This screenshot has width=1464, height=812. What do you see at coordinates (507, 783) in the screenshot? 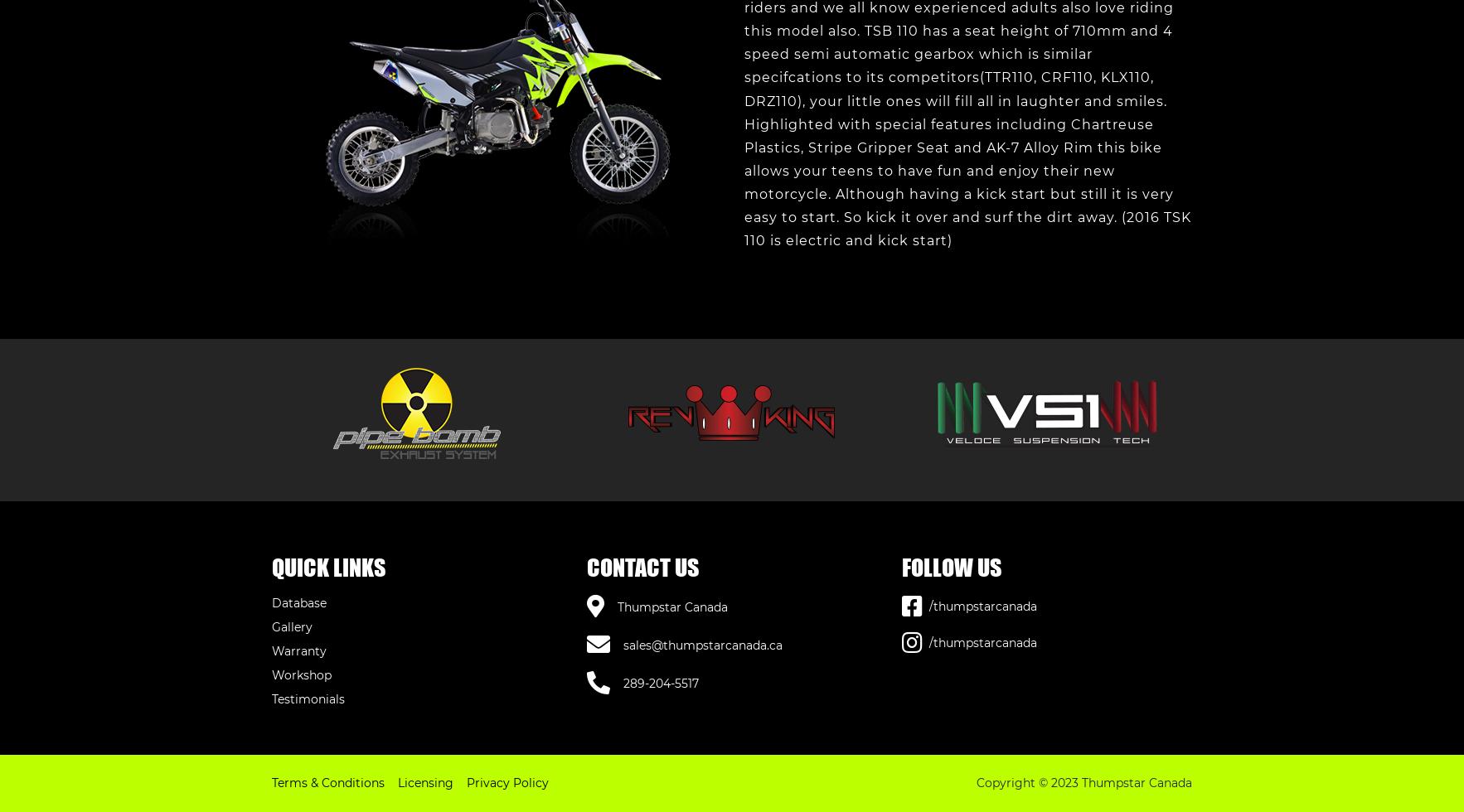
I see `'Privacy Policy'` at bounding box center [507, 783].